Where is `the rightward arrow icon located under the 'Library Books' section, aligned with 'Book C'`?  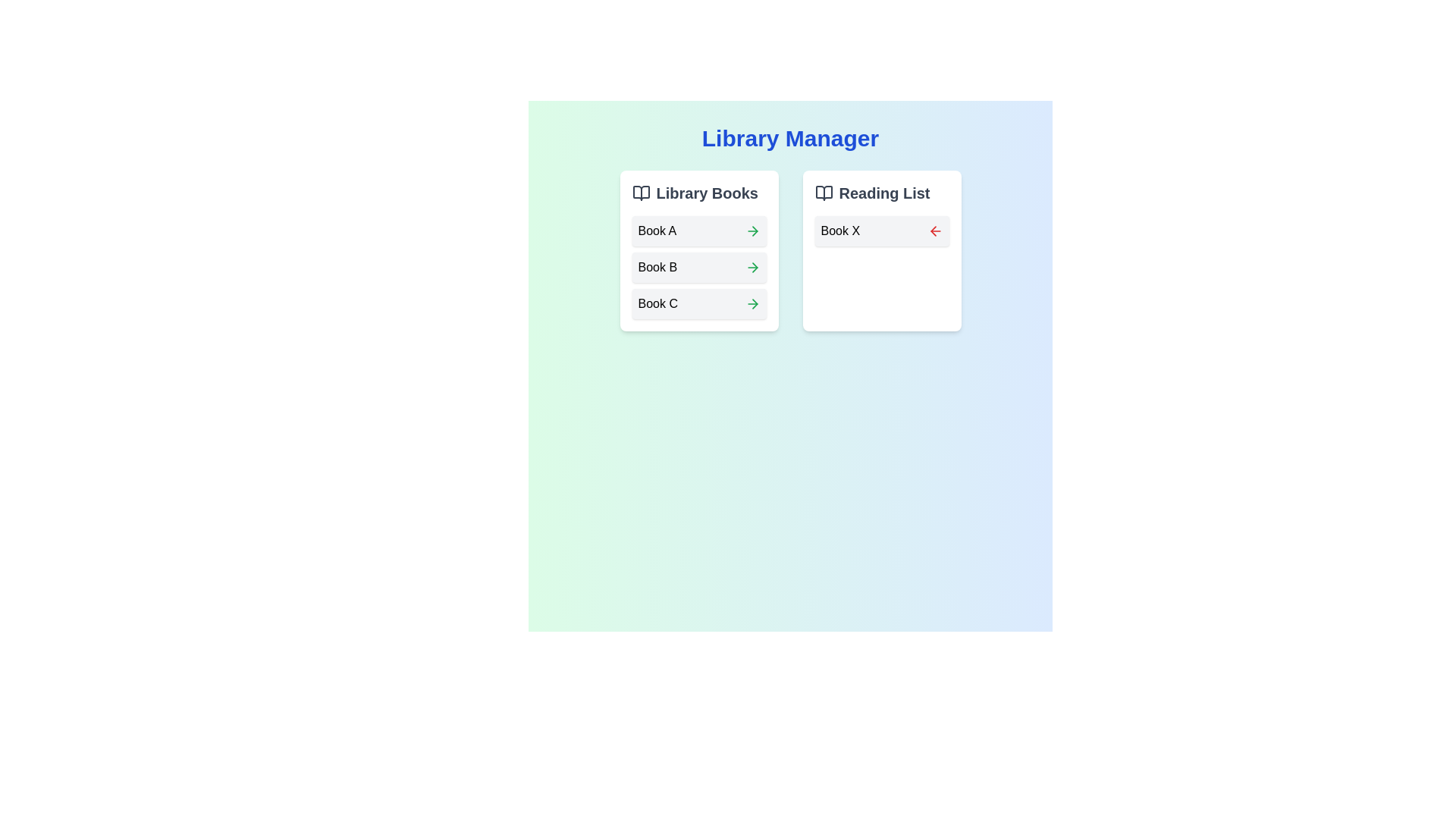
the rightward arrow icon located under the 'Library Books' section, aligned with 'Book C' is located at coordinates (755, 231).